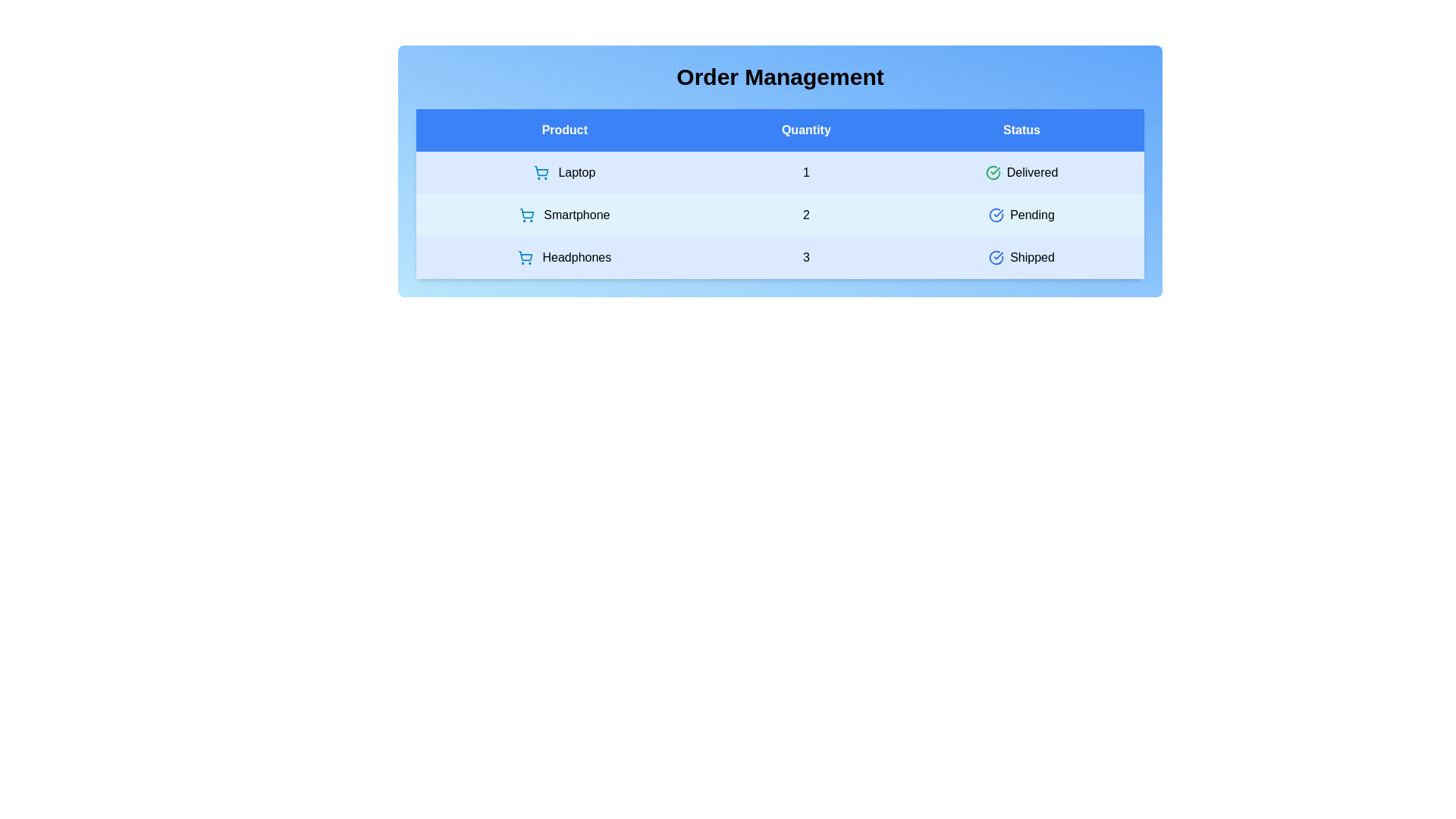 The width and height of the screenshot is (1456, 819). Describe the element at coordinates (563, 256) in the screenshot. I see `the product name Headphones to select it` at that location.